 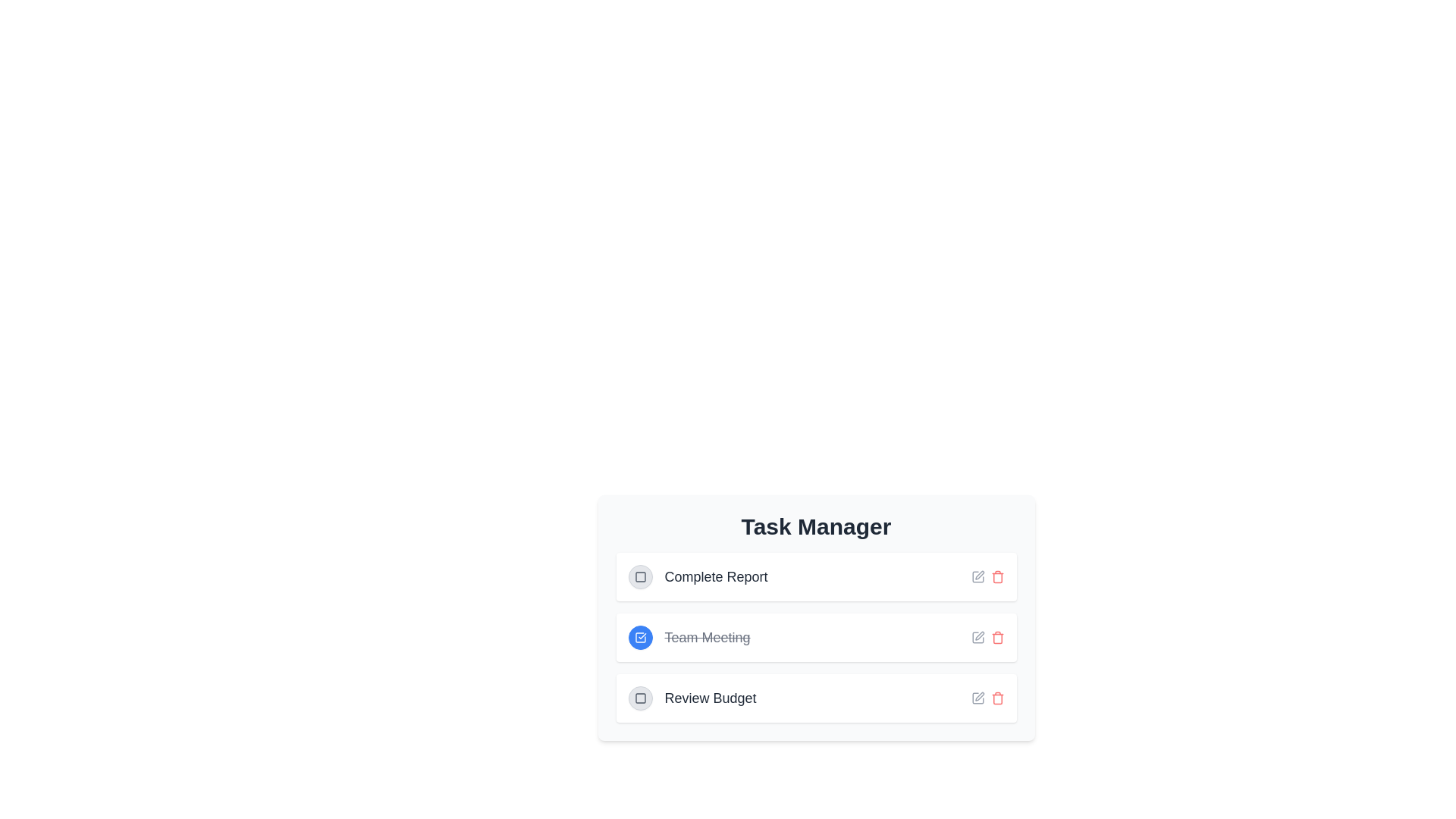 I want to click on the delete button for the task 'Team Meeting', so click(x=997, y=637).